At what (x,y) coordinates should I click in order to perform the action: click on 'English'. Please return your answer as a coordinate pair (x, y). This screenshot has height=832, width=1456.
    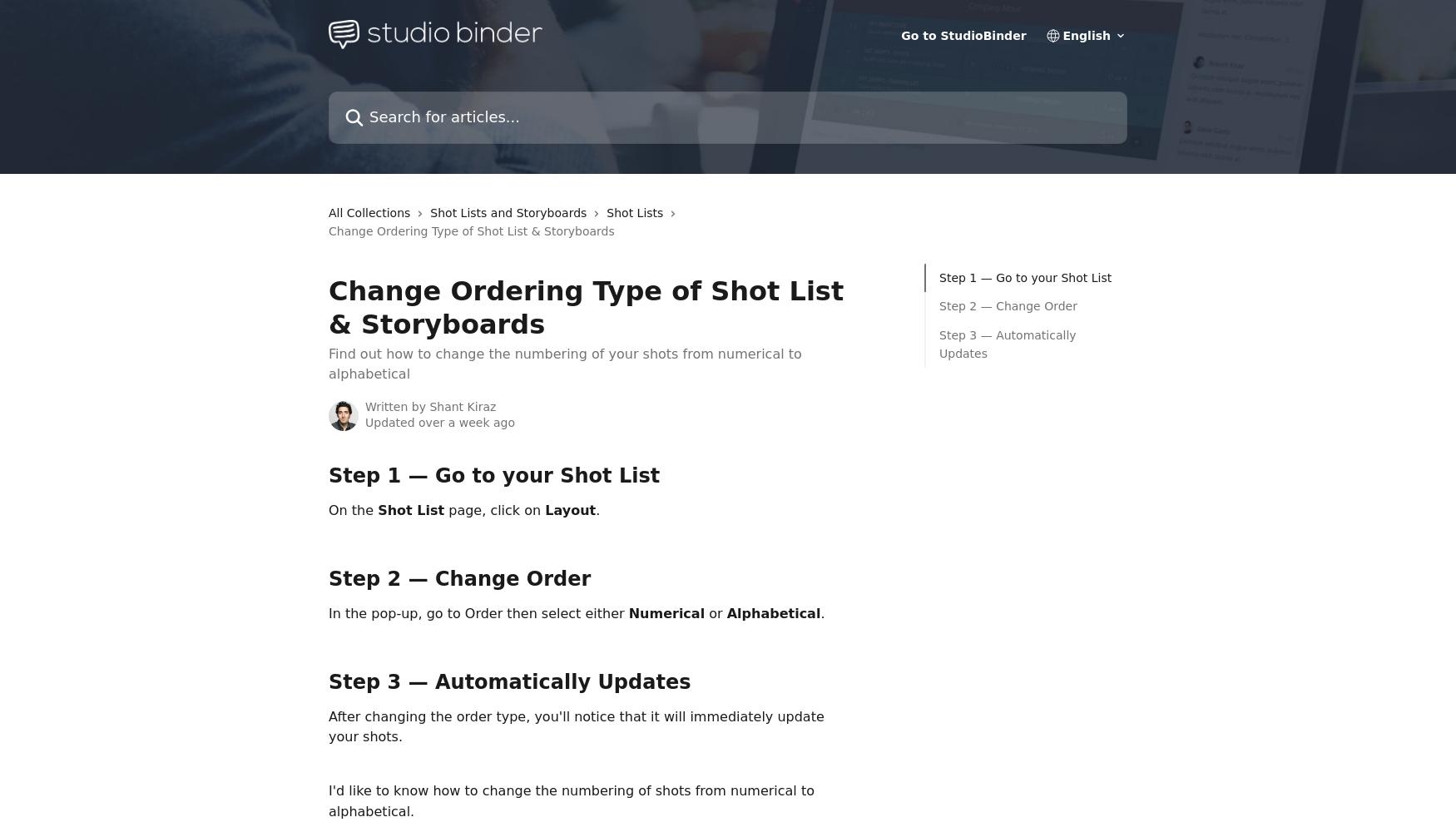
    Looking at the image, I should click on (1086, 36).